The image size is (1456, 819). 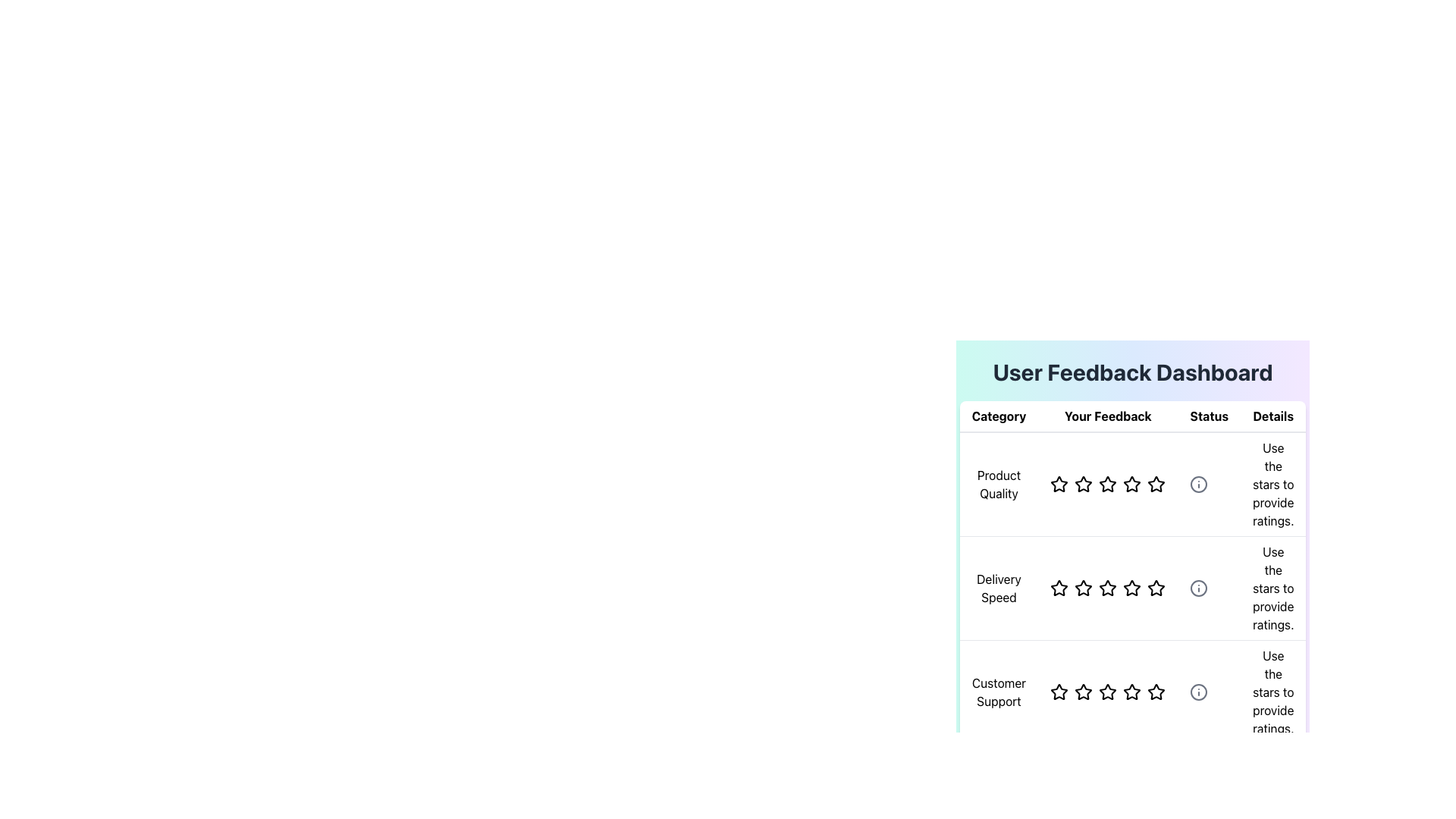 I want to click on the fifth star in the 'Delivery Speed' row under the 'Your Feedback' column, so click(x=1156, y=587).